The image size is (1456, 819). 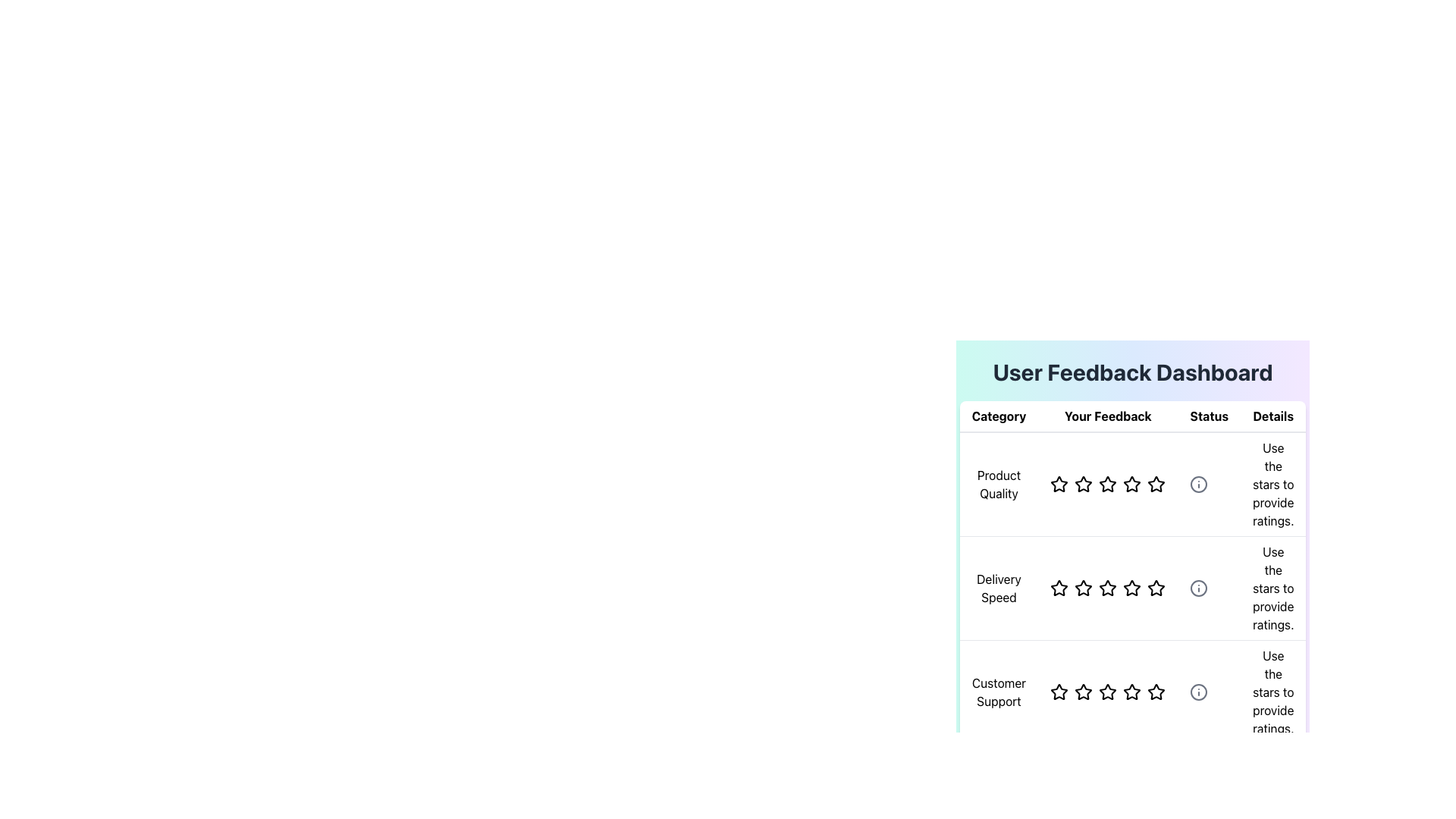 I want to click on the fifth star in the 'Delivery Speed' row under the 'Your Feedback' column, so click(x=1156, y=587).